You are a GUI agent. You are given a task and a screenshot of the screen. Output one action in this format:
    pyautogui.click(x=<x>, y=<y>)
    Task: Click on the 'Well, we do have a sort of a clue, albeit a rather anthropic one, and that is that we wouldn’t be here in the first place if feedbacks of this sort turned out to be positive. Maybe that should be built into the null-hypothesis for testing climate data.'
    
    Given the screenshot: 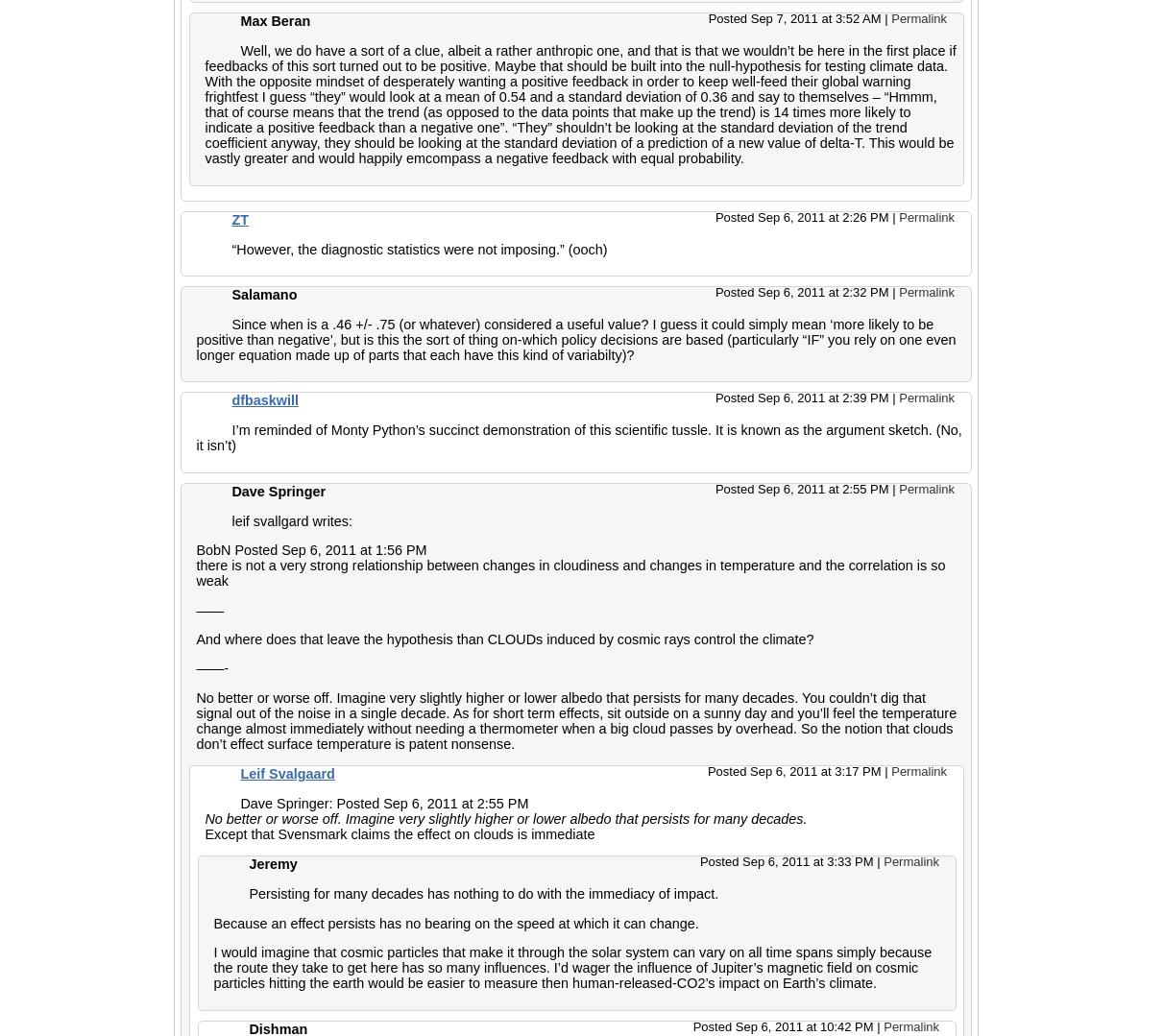 What is the action you would take?
    pyautogui.click(x=579, y=57)
    